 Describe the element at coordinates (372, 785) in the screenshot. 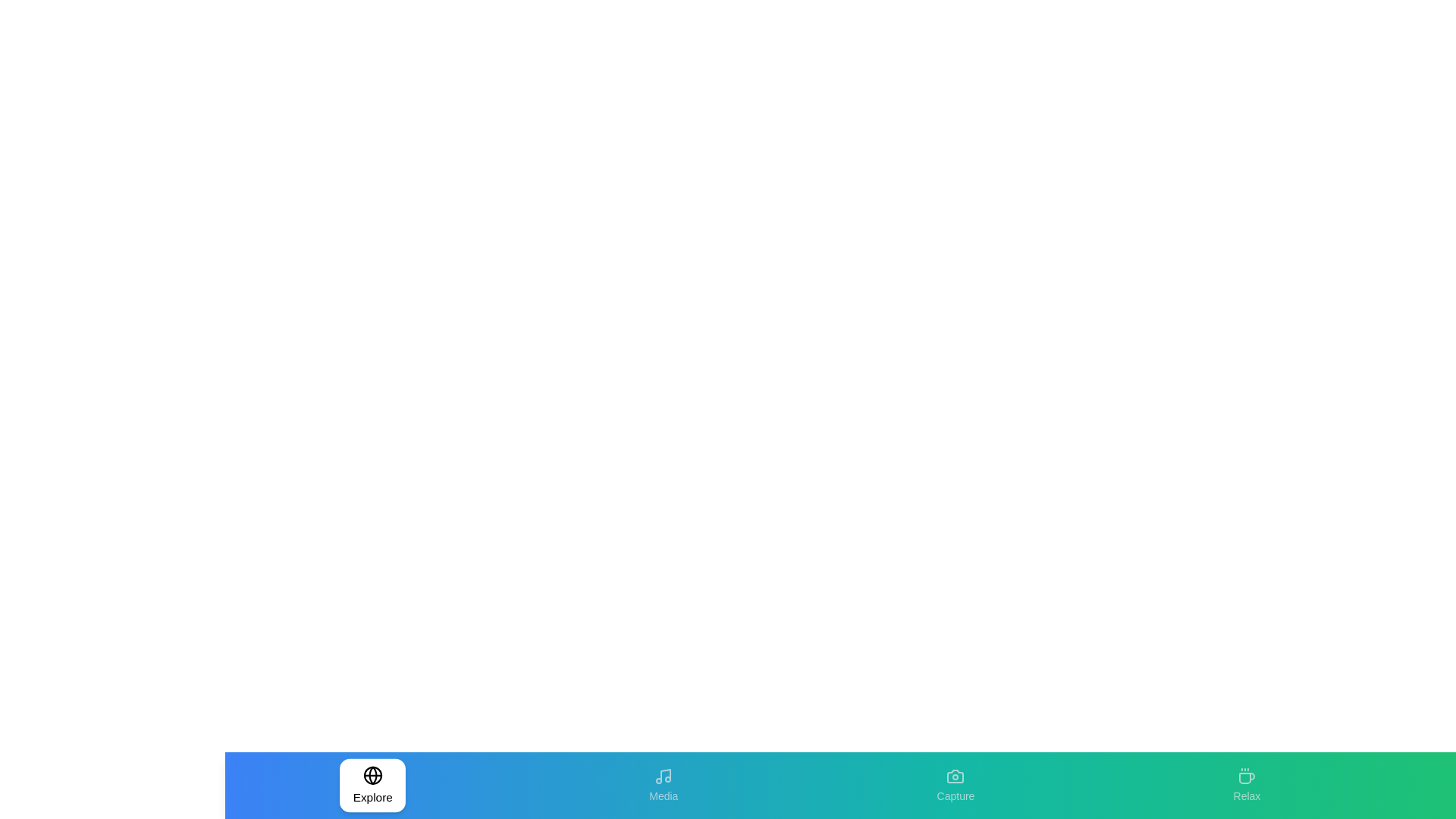

I see `the tab labeled Explore` at that location.